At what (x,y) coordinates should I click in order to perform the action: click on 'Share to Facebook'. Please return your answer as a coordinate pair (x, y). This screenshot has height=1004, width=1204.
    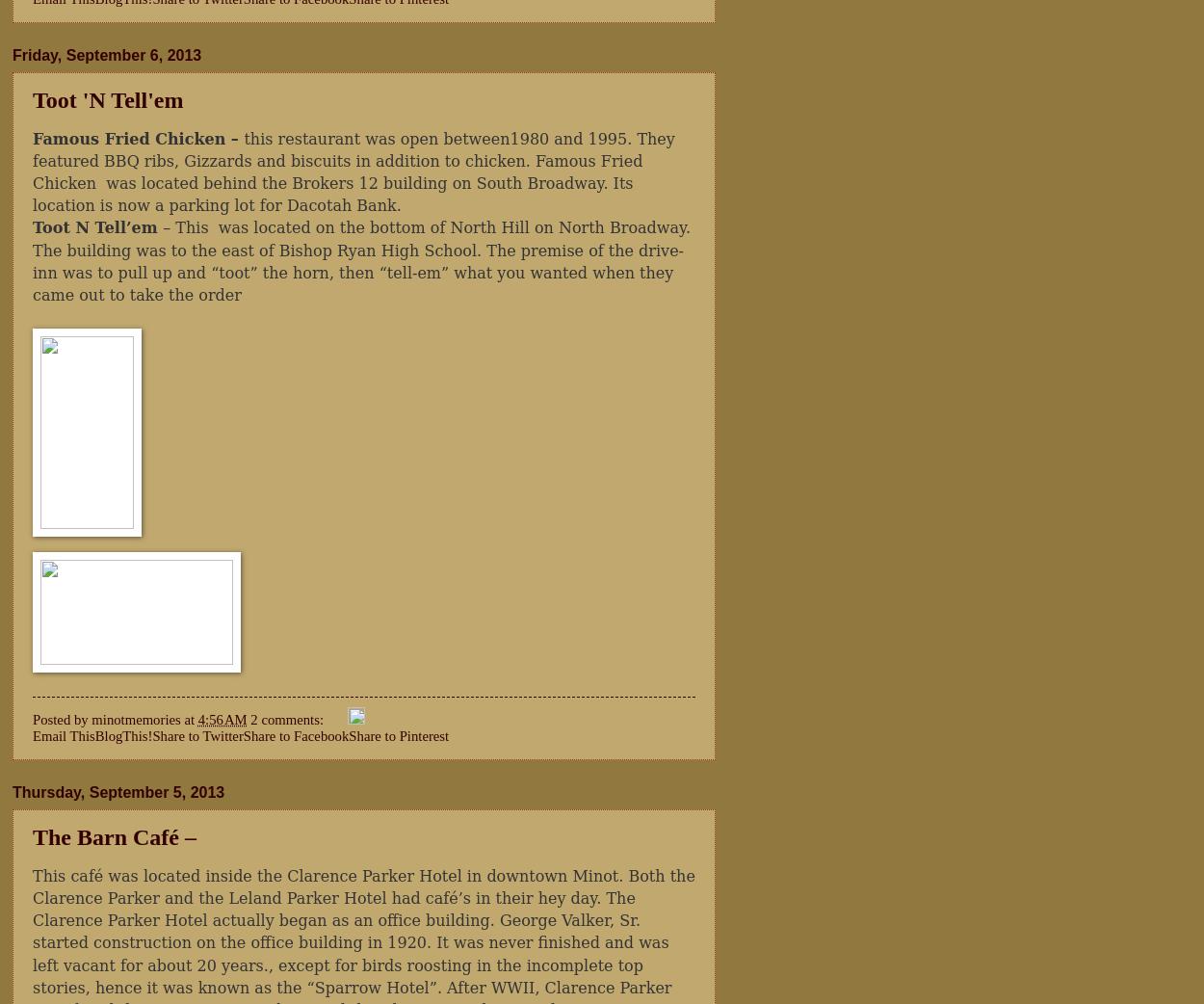
    Looking at the image, I should click on (243, 734).